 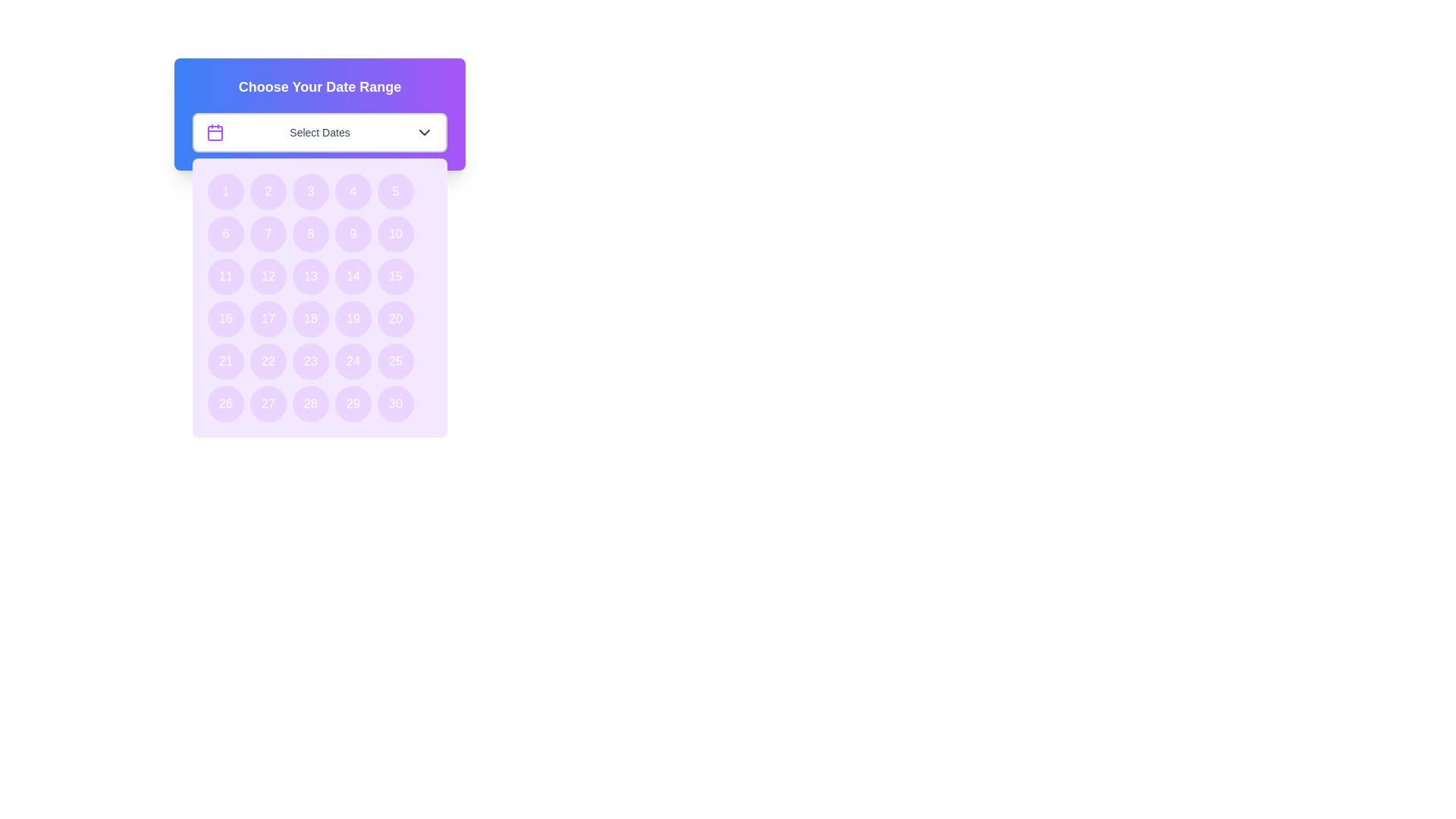 I want to click on the circular purple button with the number '12', so click(x=268, y=277).